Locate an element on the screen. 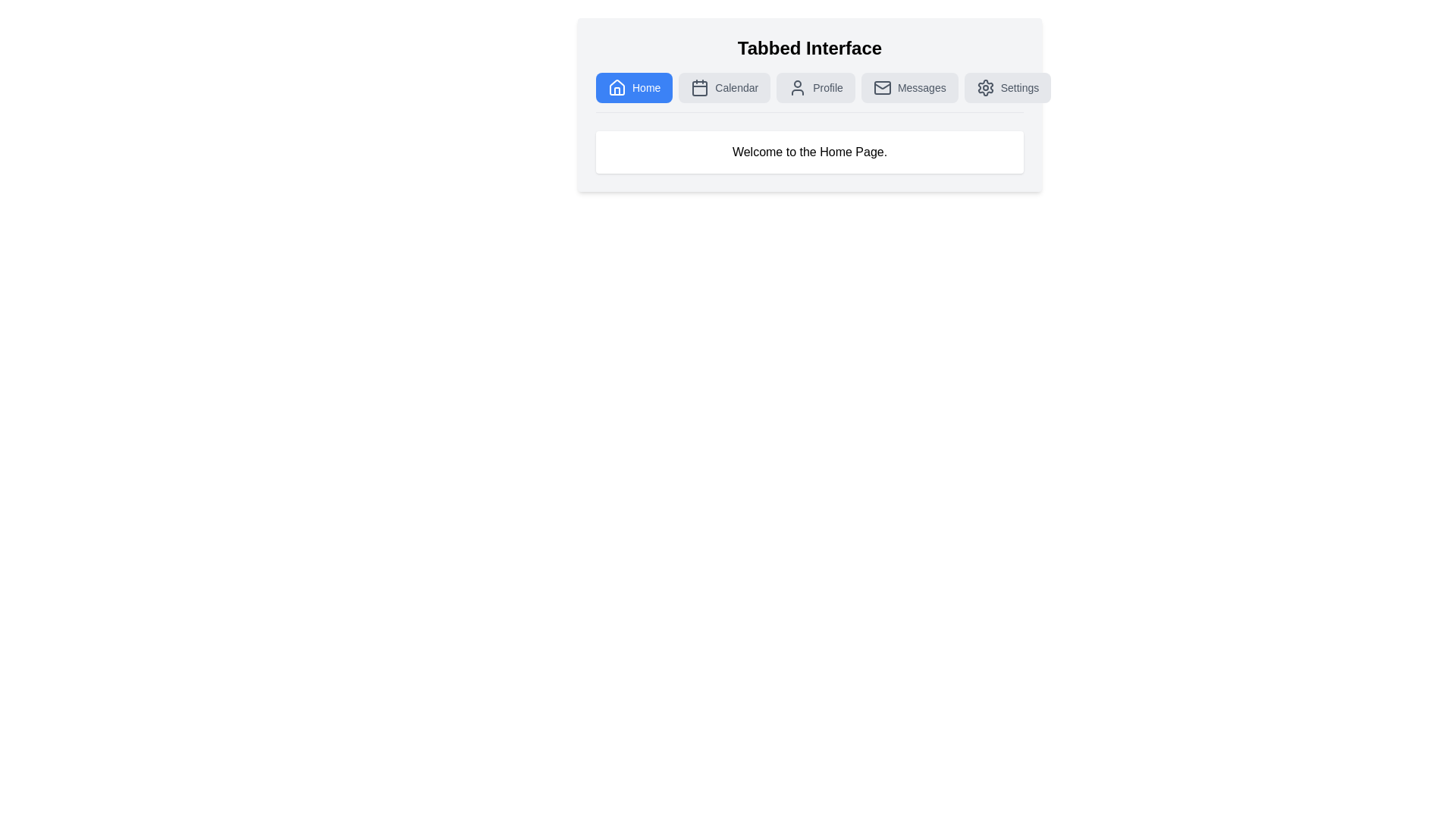  the navigation button located at the top left of the interface to redirect to the homepage is located at coordinates (634, 87).